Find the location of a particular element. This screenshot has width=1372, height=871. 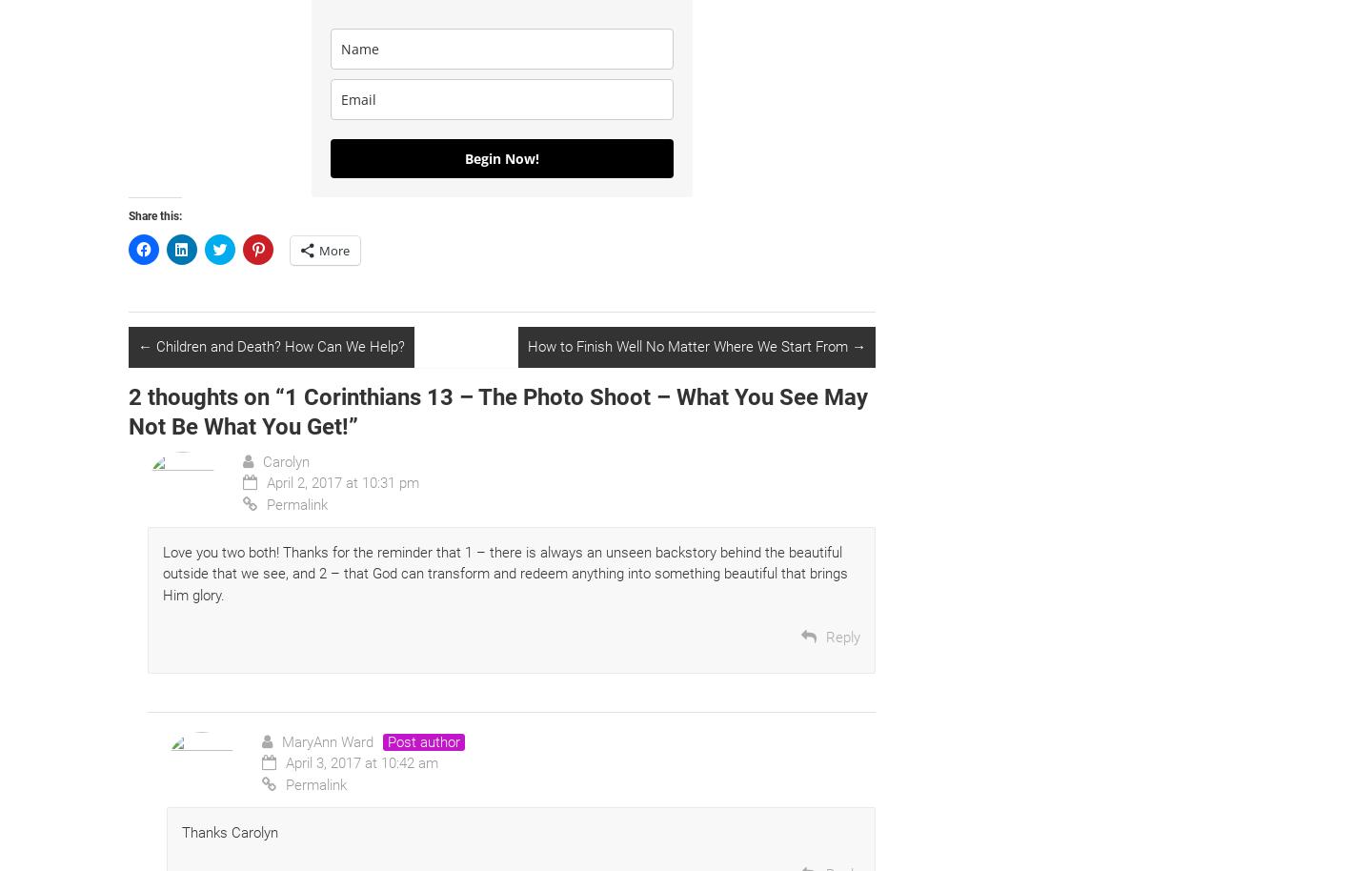

'Thanks Carolyn' is located at coordinates (229, 830).